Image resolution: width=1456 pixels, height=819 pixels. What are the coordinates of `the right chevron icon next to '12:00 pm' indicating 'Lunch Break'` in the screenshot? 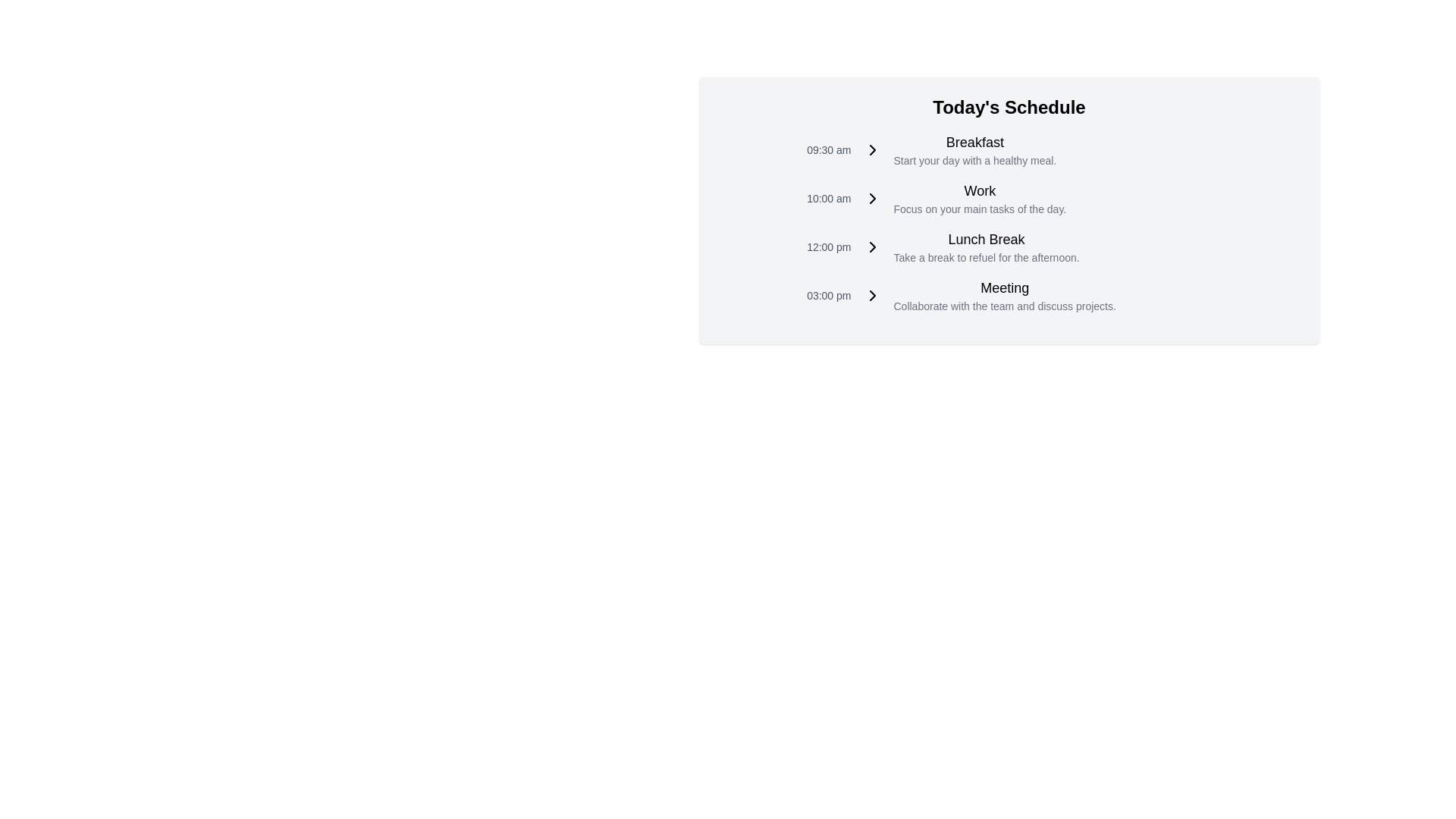 It's located at (872, 246).